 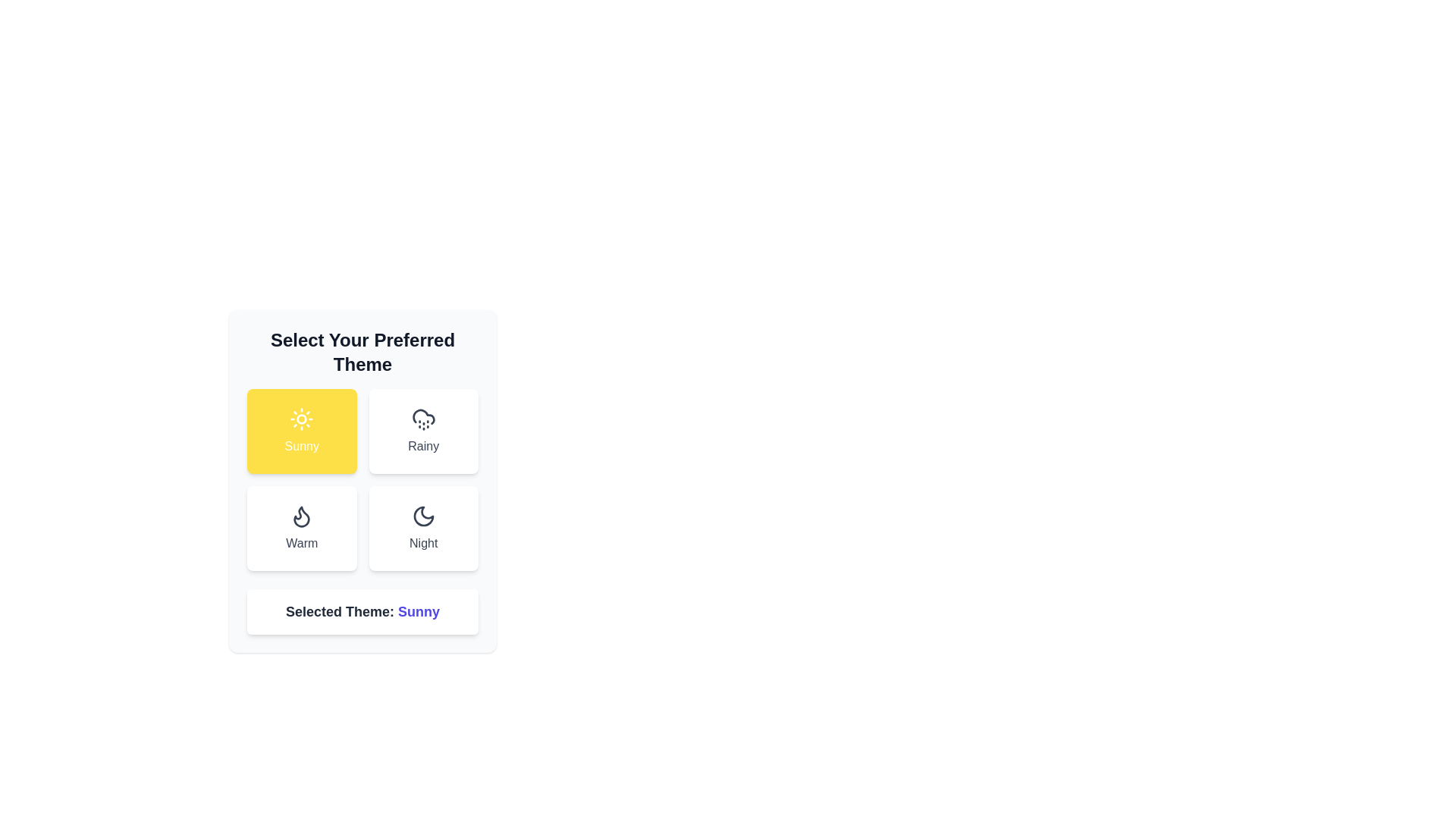 What do you see at coordinates (302, 431) in the screenshot?
I see `the theme button labeled Sunny to observe its hover effect` at bounding box center [302, 431].